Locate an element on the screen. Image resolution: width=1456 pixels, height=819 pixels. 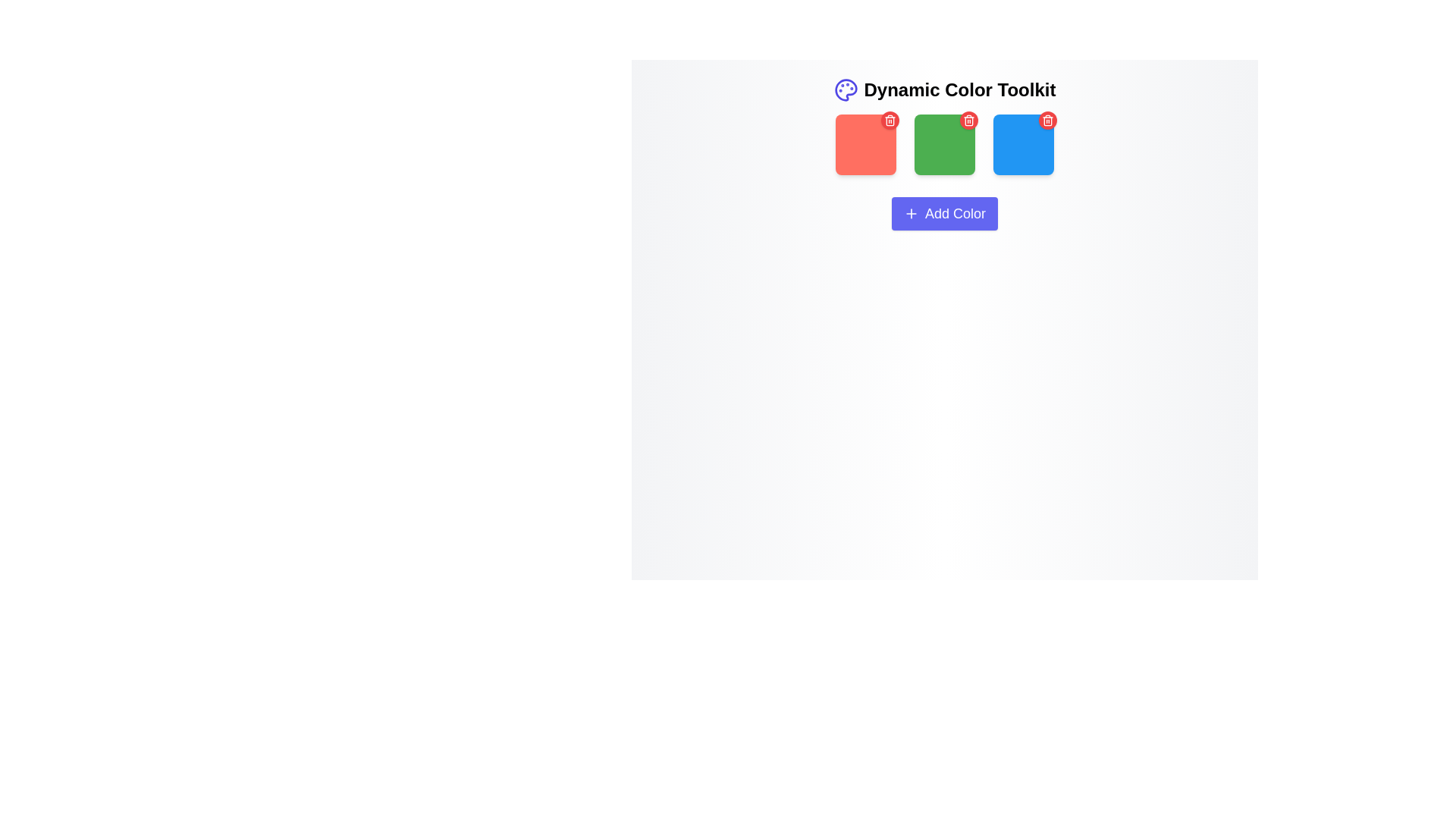
the Header containing the colorful palette icon and the text 'Dynamic Color Toolkit' for navigation is located at coordinates (944, 90).